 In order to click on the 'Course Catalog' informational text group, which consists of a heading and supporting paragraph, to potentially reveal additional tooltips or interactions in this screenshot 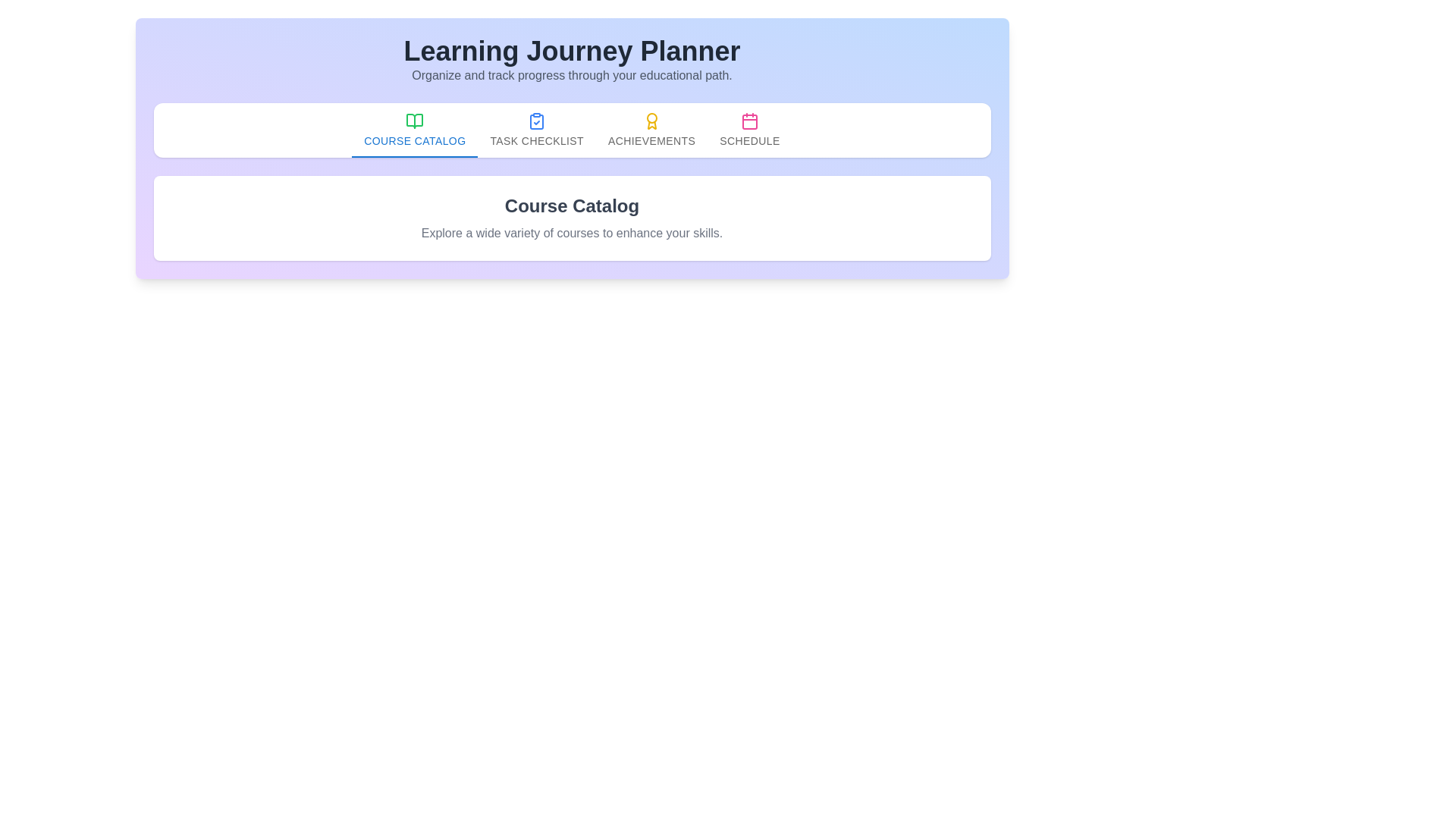, I will do `click(571, 218)`.